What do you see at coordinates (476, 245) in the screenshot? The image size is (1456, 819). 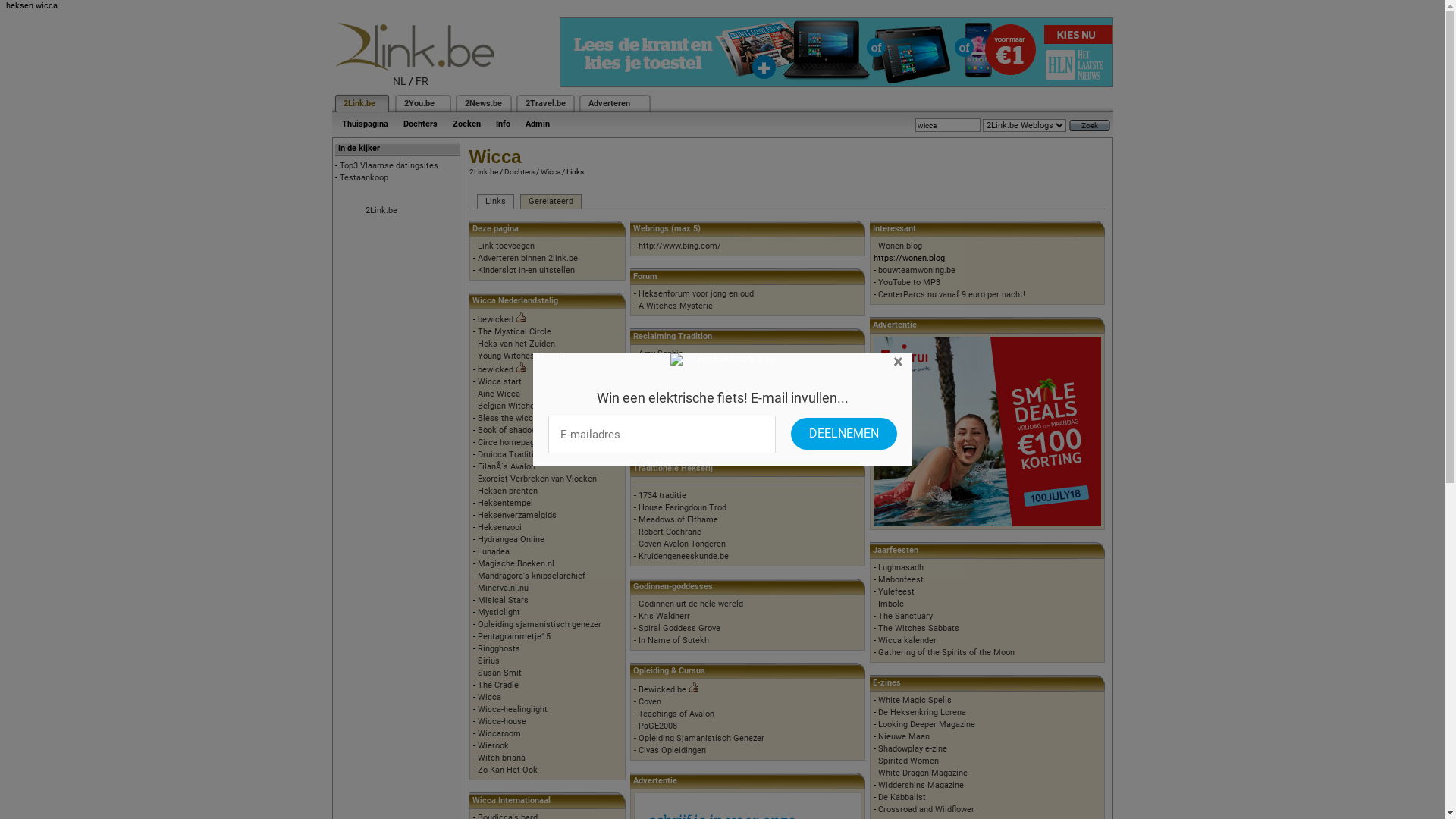 I see `'Link toevoegen'` at bounding box center [476, 245].